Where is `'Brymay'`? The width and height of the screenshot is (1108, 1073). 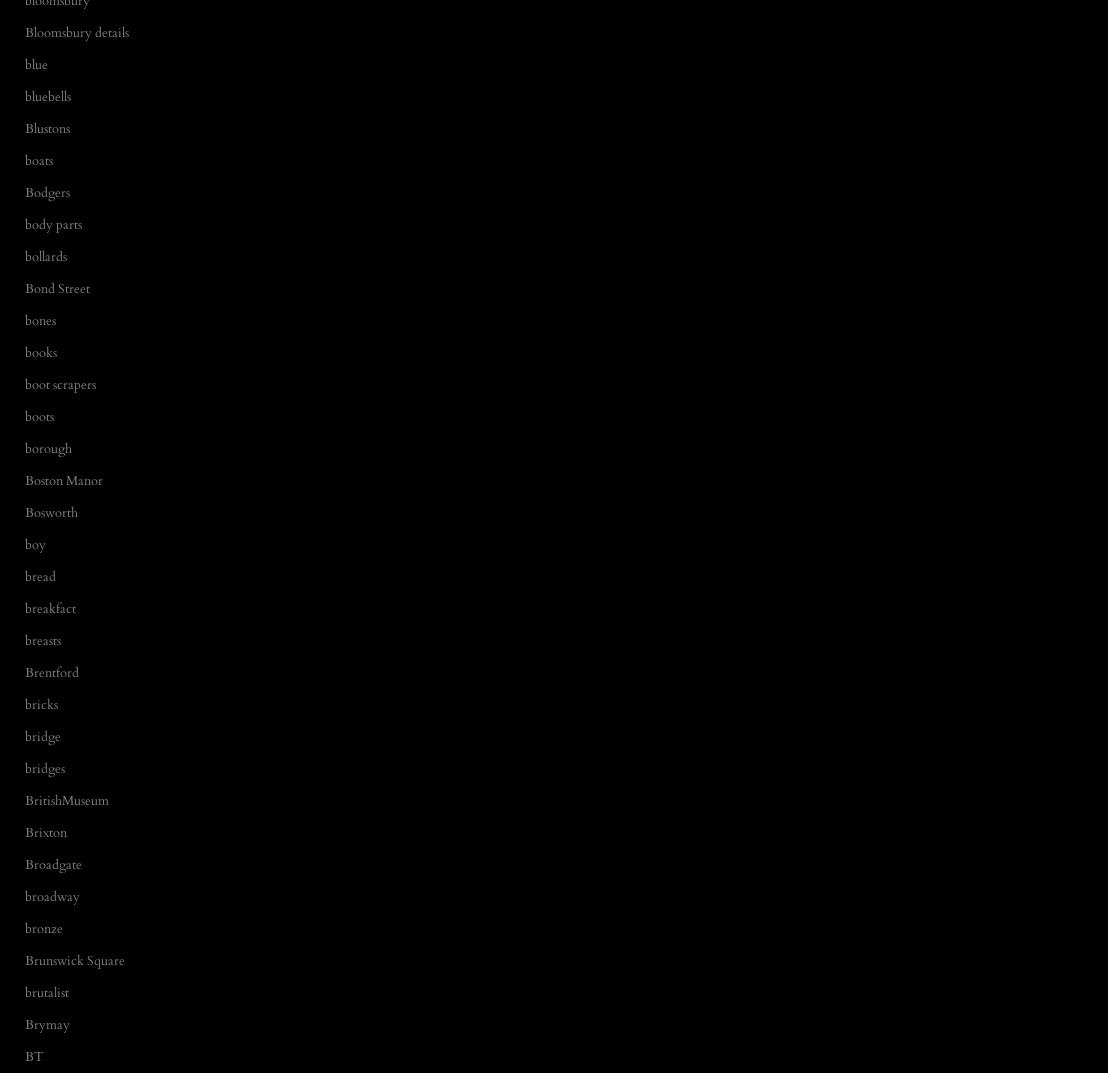 'Brymay' is located at coordinates (46, 1023).